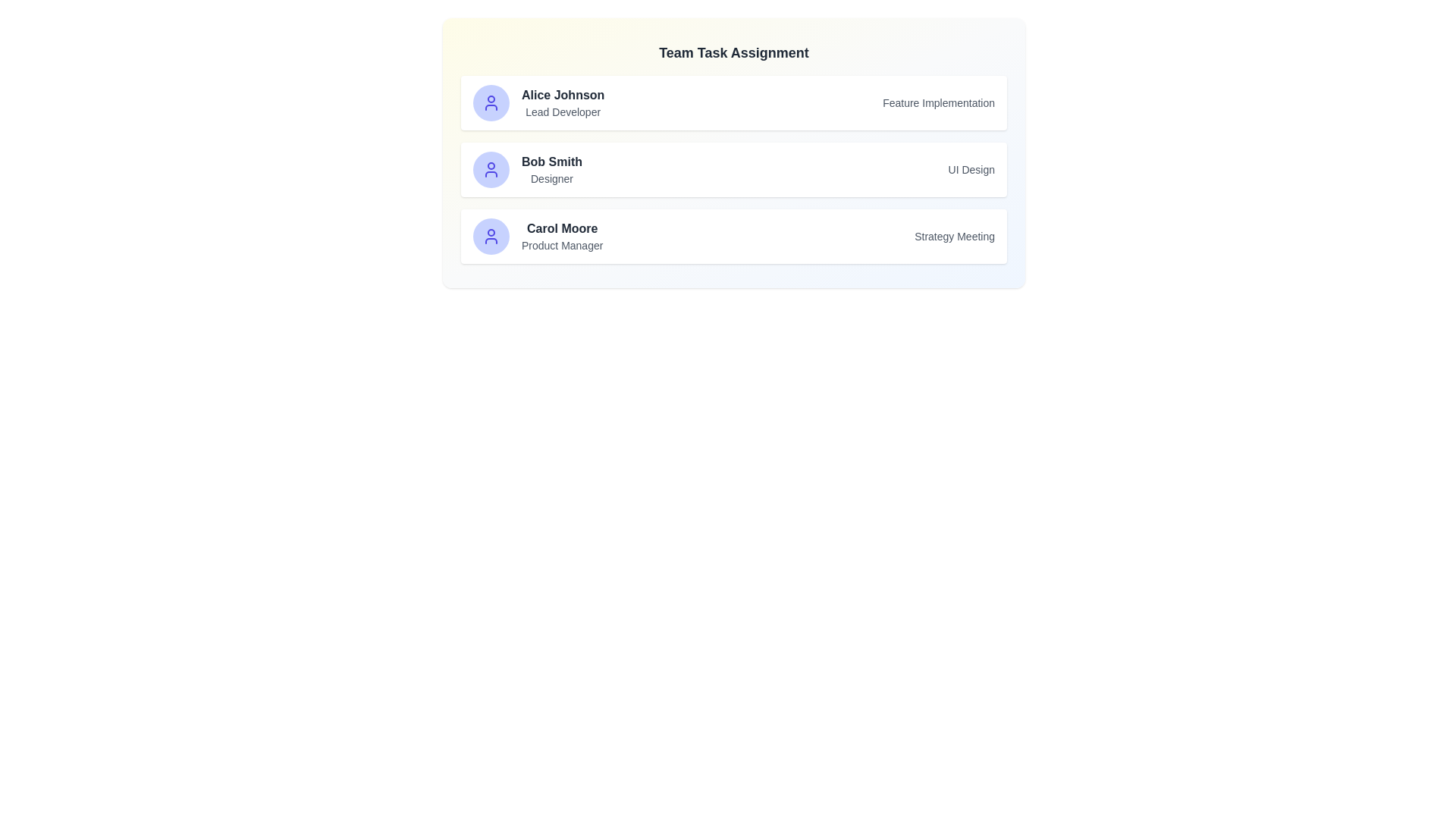 The width and height of the screenshot is (1456, 819). What do you see at coordinates (562, 102) in the screenshot?
I see `the text label displaying 'Alice Johnson' which is styled in bold and larger font, located in the topmost row of the 'Team Task Assignment' list, and positioned to the right of a user icon` at bounding box center [562, 102].